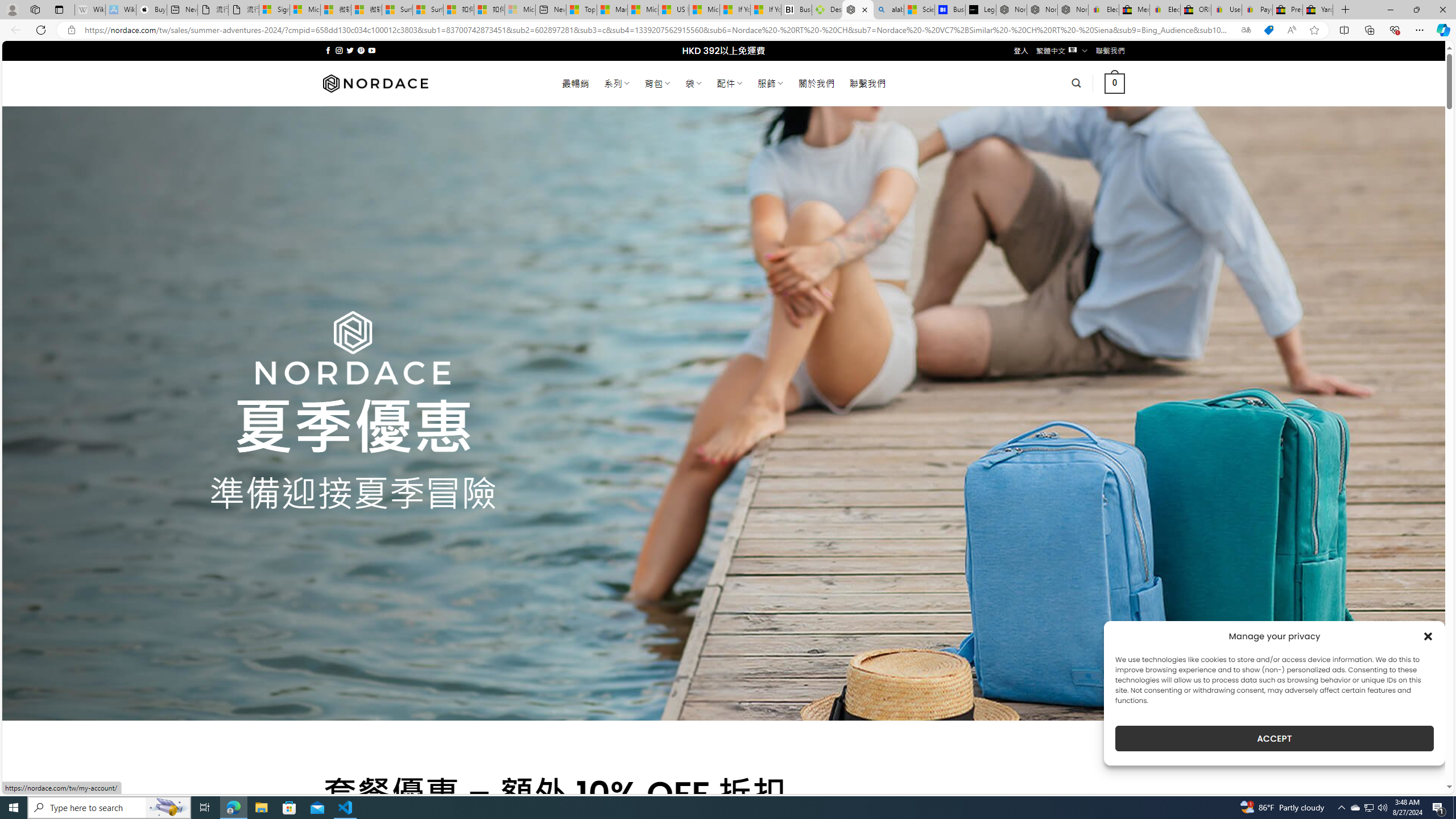  I want to click on 'Follow on Facebook', so click(328, 50).